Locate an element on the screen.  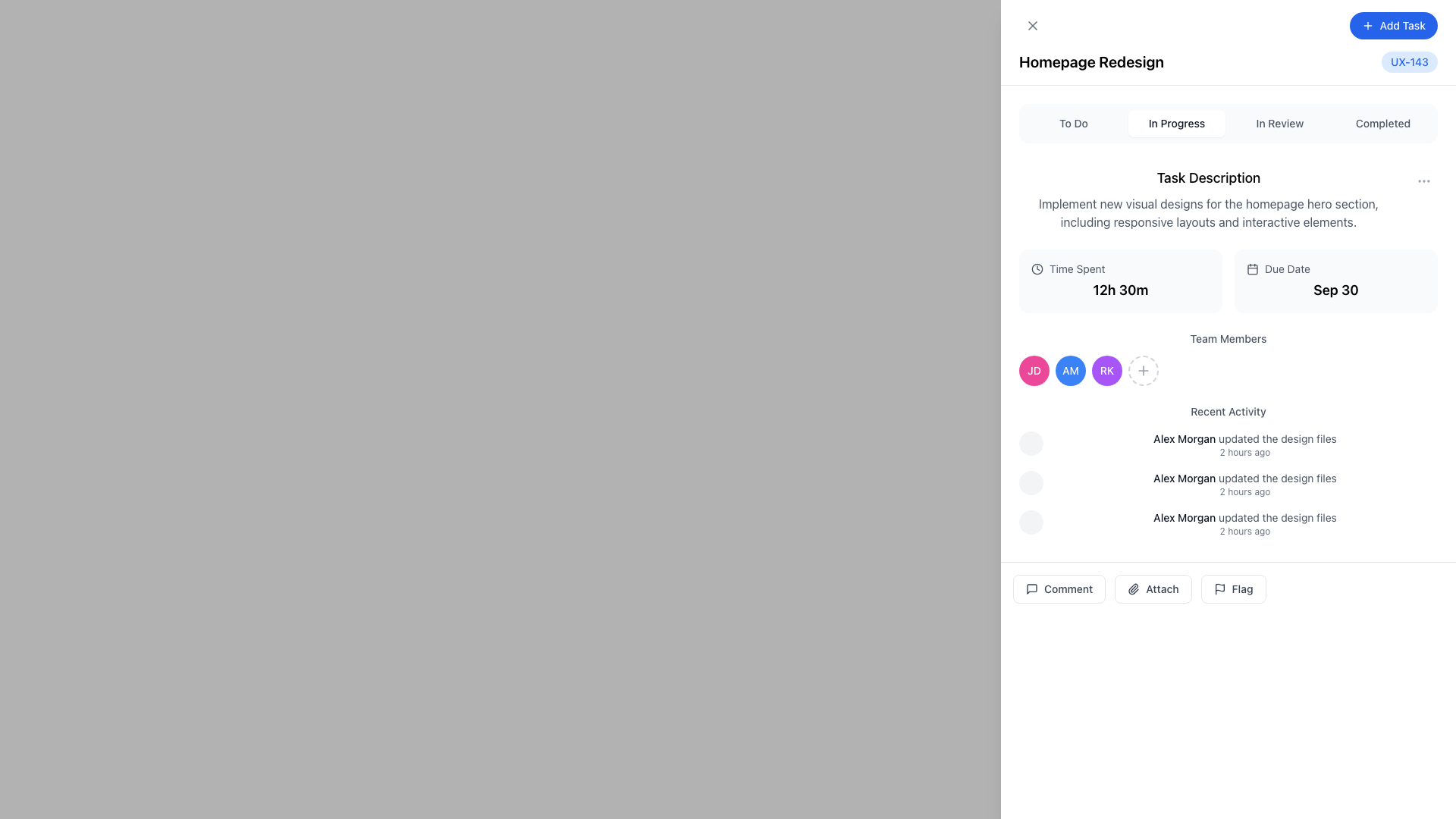
the small plus icon located within the blue 'Add Task' button positioned in the top-right section of the interface is located at coordinates (1367, 26).